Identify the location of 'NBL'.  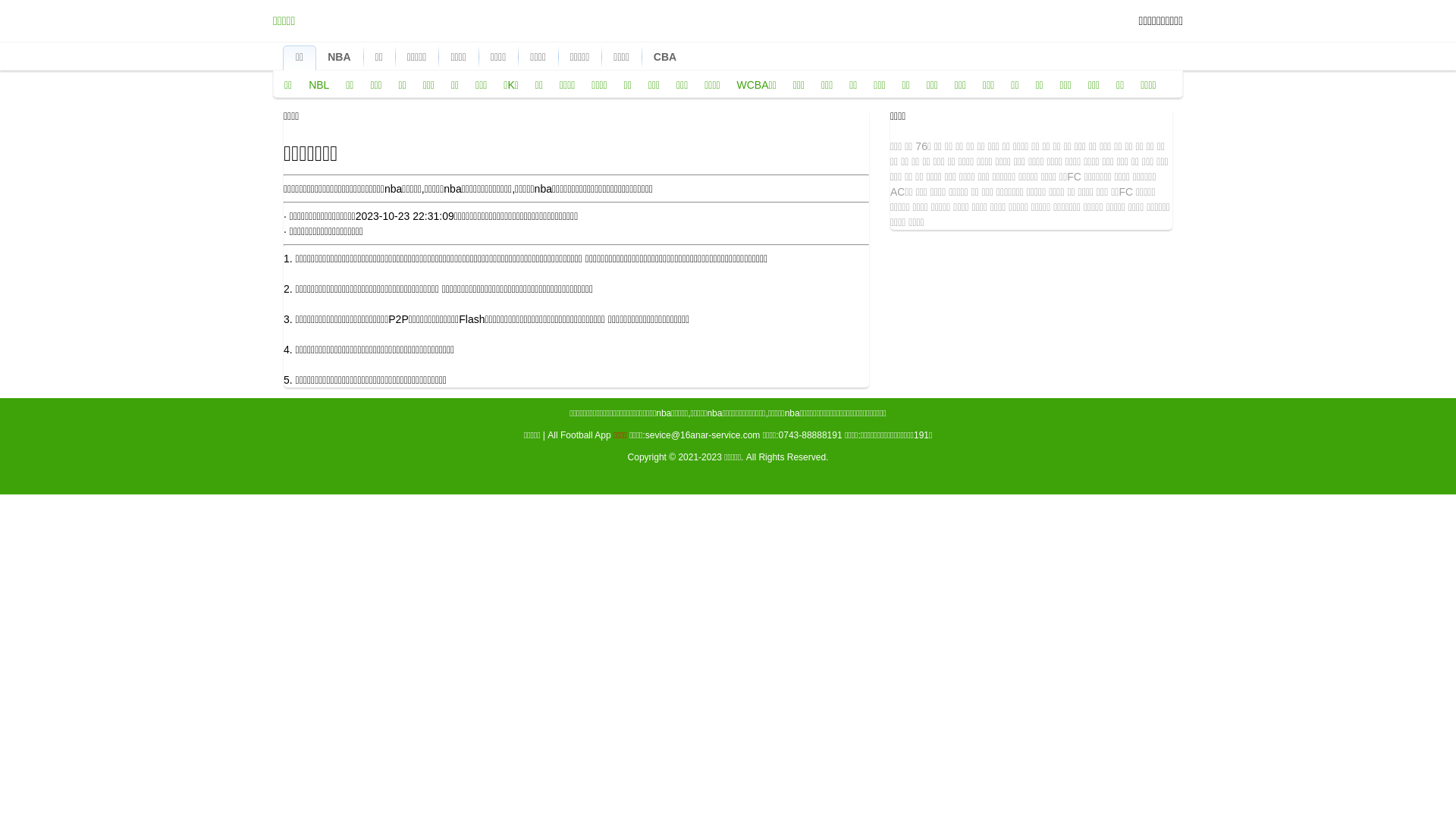
(318, 84).